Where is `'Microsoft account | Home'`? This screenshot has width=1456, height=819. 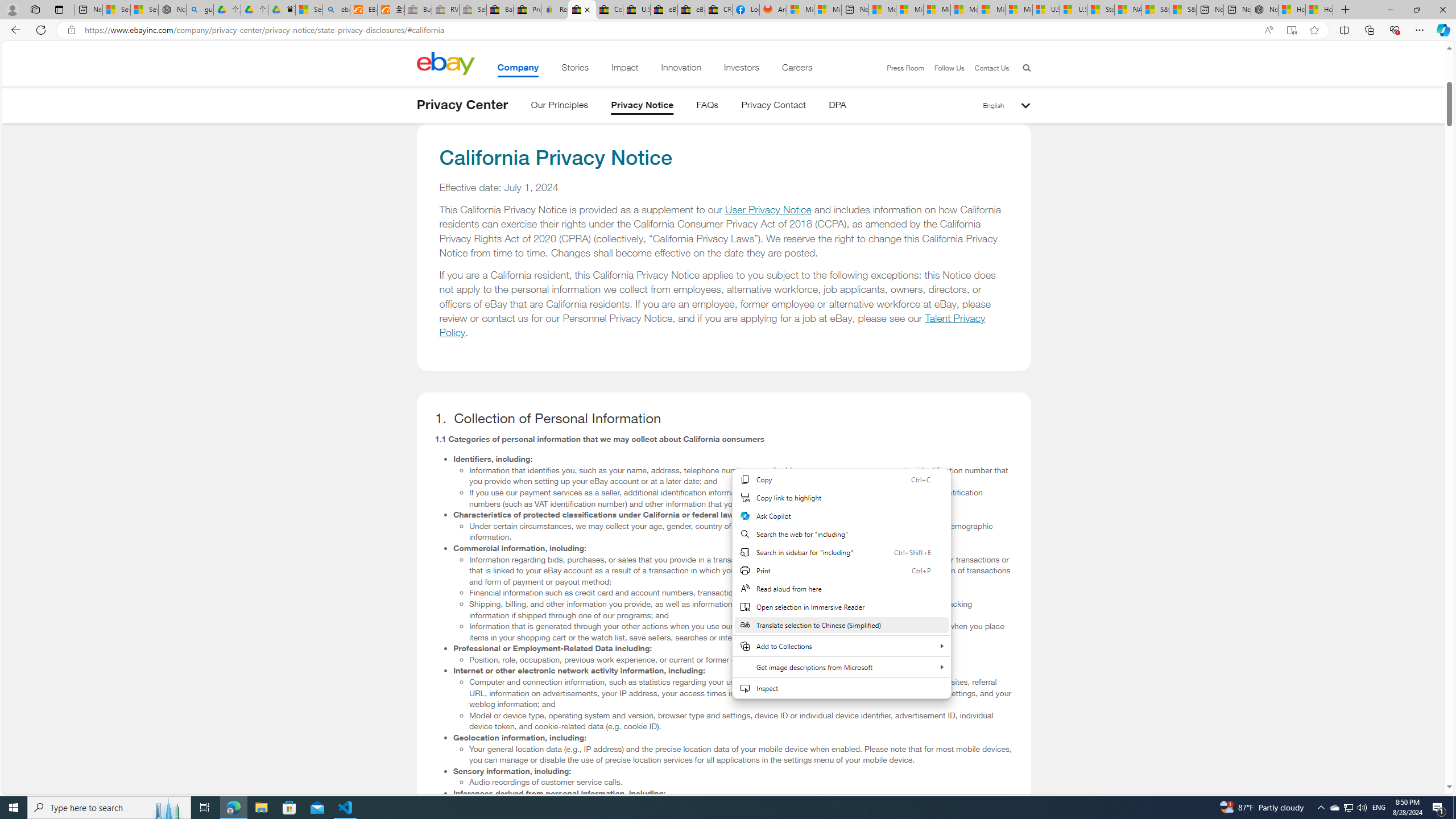 'Microsoft account | Home' is located at coordinates (936, 9).